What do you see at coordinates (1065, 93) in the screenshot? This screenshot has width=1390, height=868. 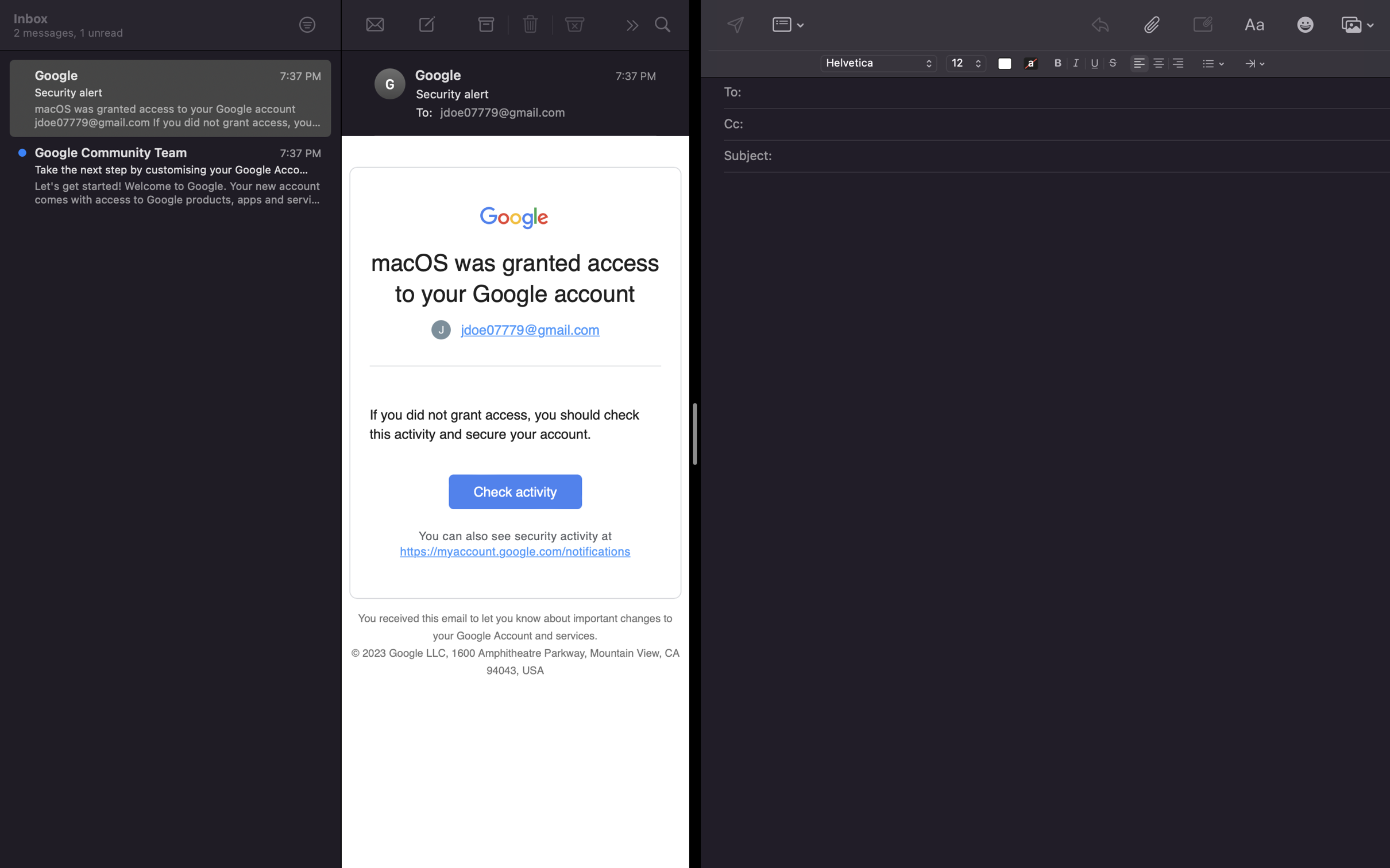 I see `Address the email to "alex@gmail.com"` at bounding box center [1065, 93].